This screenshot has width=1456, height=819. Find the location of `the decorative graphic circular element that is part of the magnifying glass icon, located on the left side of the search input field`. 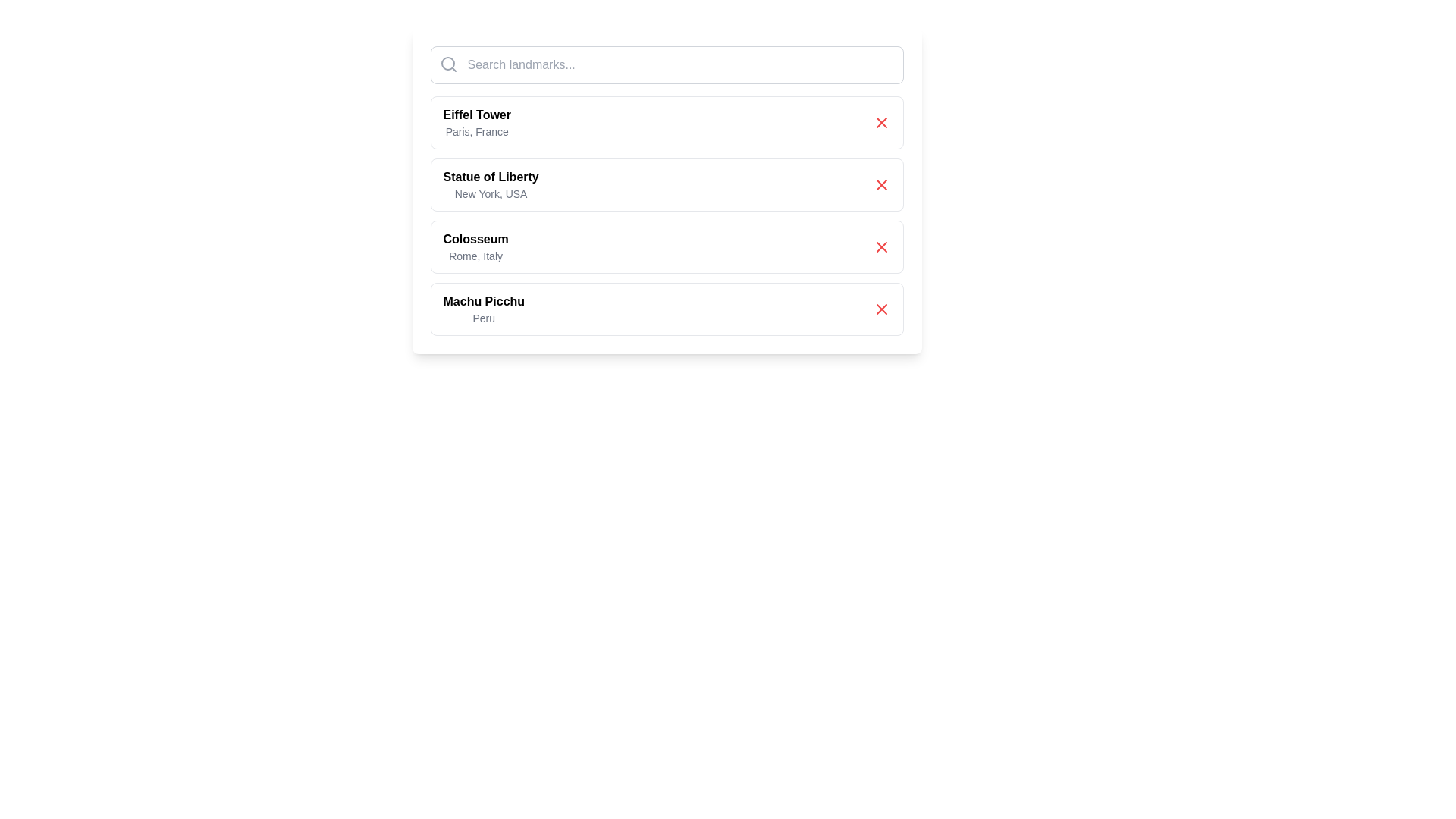

the decorative graphic circular element that is part of the magnifying glass icon, located on the left side of the search input field is located at coordinates (447, 63).